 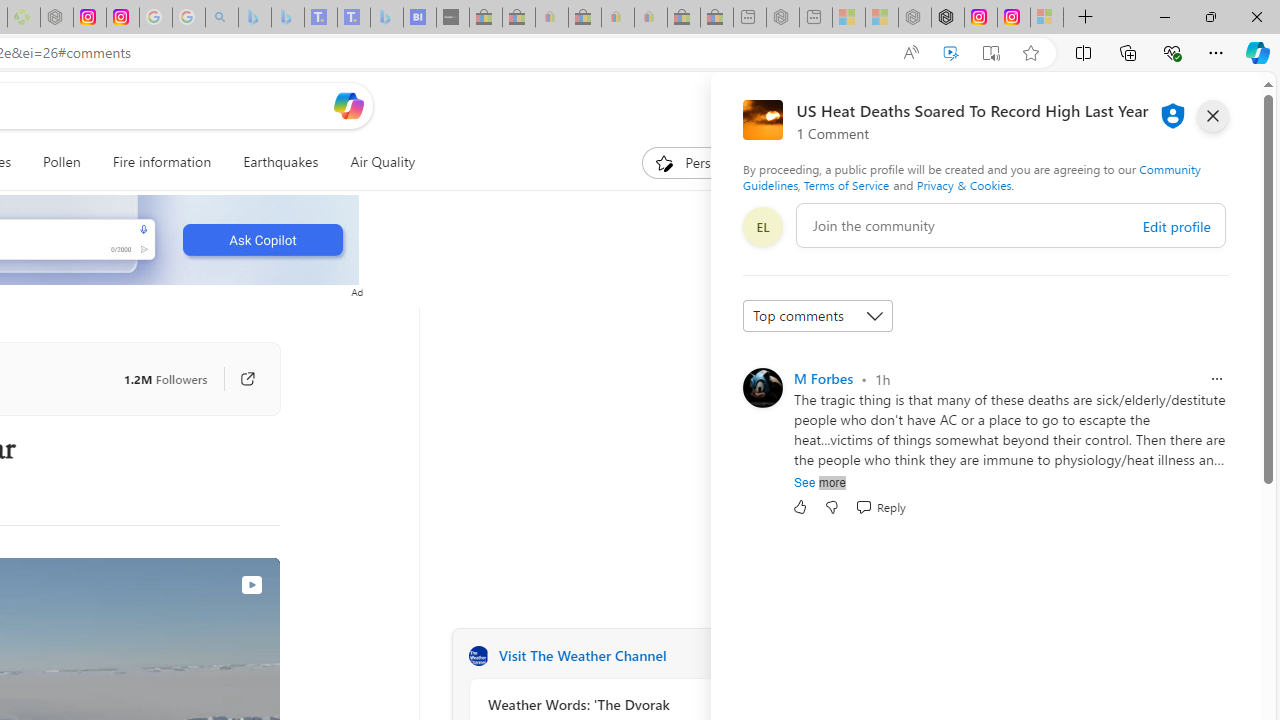 What do you see at coordinates (650, 17) in the screenshot?
I see `'Payments Terms of Use | eBay.com - Sleeping'` at bounding box center [650, 17].